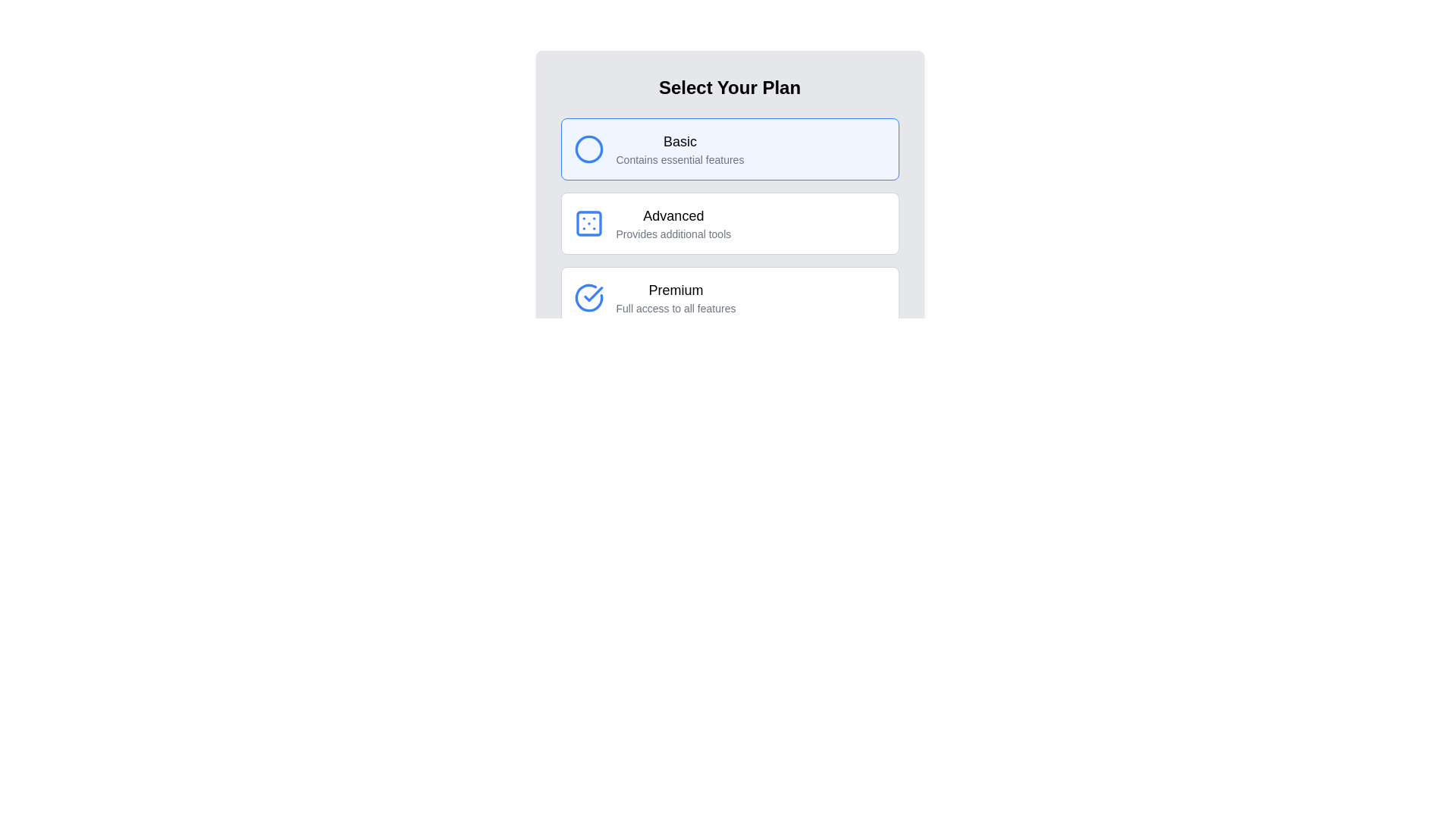 The width and height of the screenshot is (1456, 819). What do you see at coordinates (675, 308) in the screenshot?
I see `the text label that reads 'Full access to all features', located beneath the 'Premium' label in the plan selection interface` at bounding box center [675, 308].